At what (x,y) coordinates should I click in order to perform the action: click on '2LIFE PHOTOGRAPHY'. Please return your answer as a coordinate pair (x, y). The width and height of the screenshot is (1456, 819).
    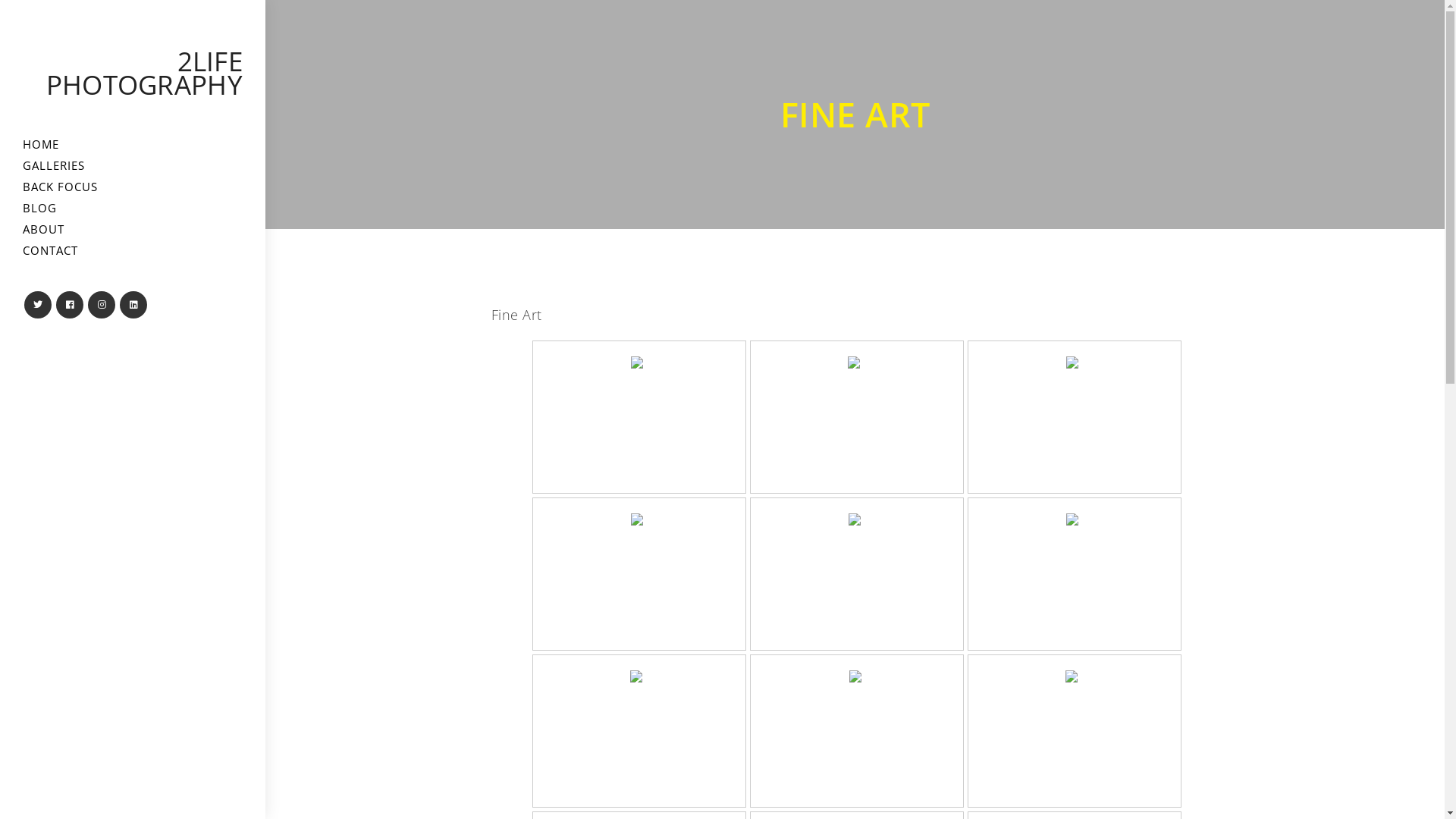
    Looking at the image, I should click on (144, 73).